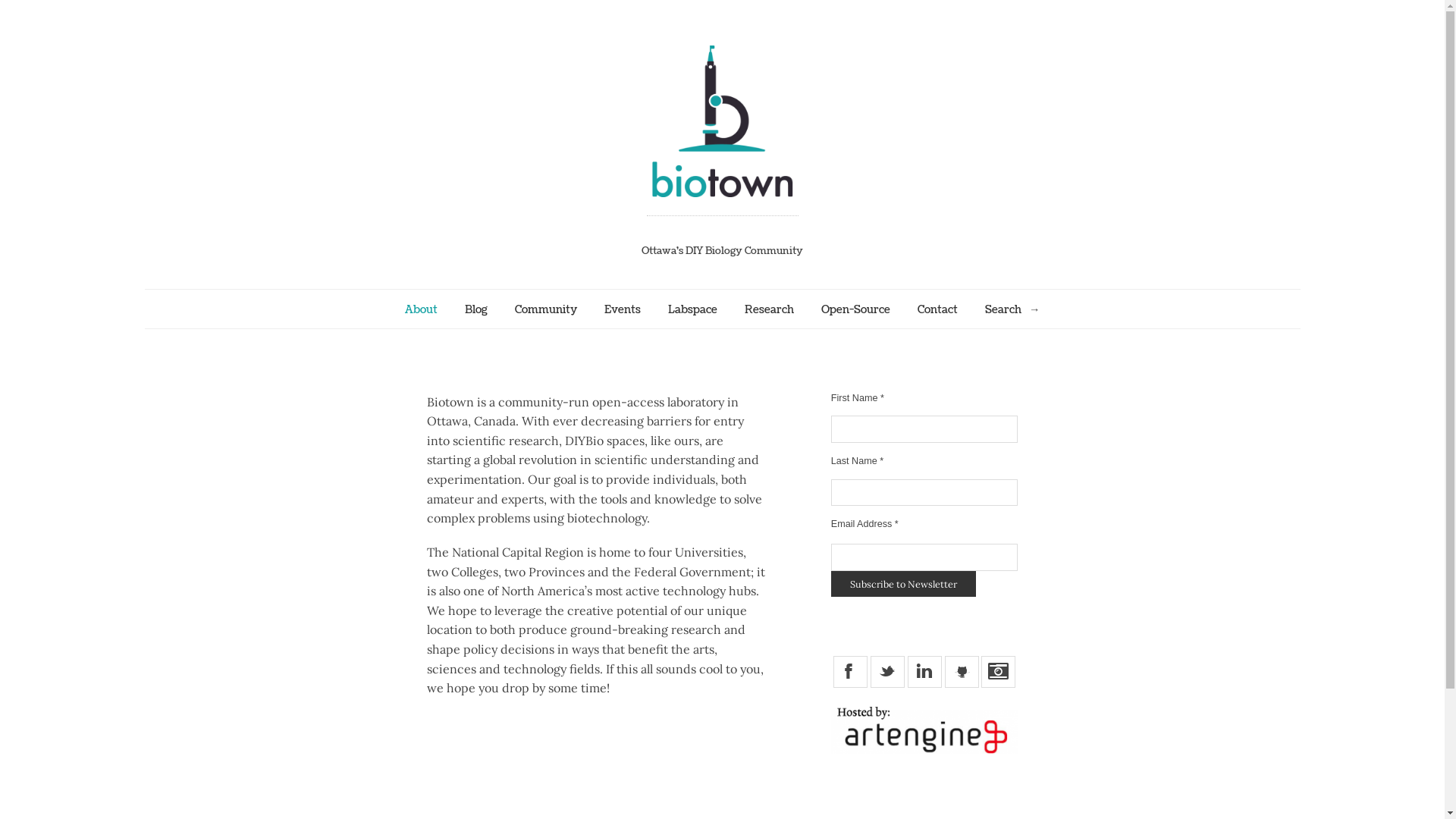 This screenshot has height=819, width=1456. Describe the element at coordinates (937, 309) in the screenshot. I see `'Contact'` at that location.